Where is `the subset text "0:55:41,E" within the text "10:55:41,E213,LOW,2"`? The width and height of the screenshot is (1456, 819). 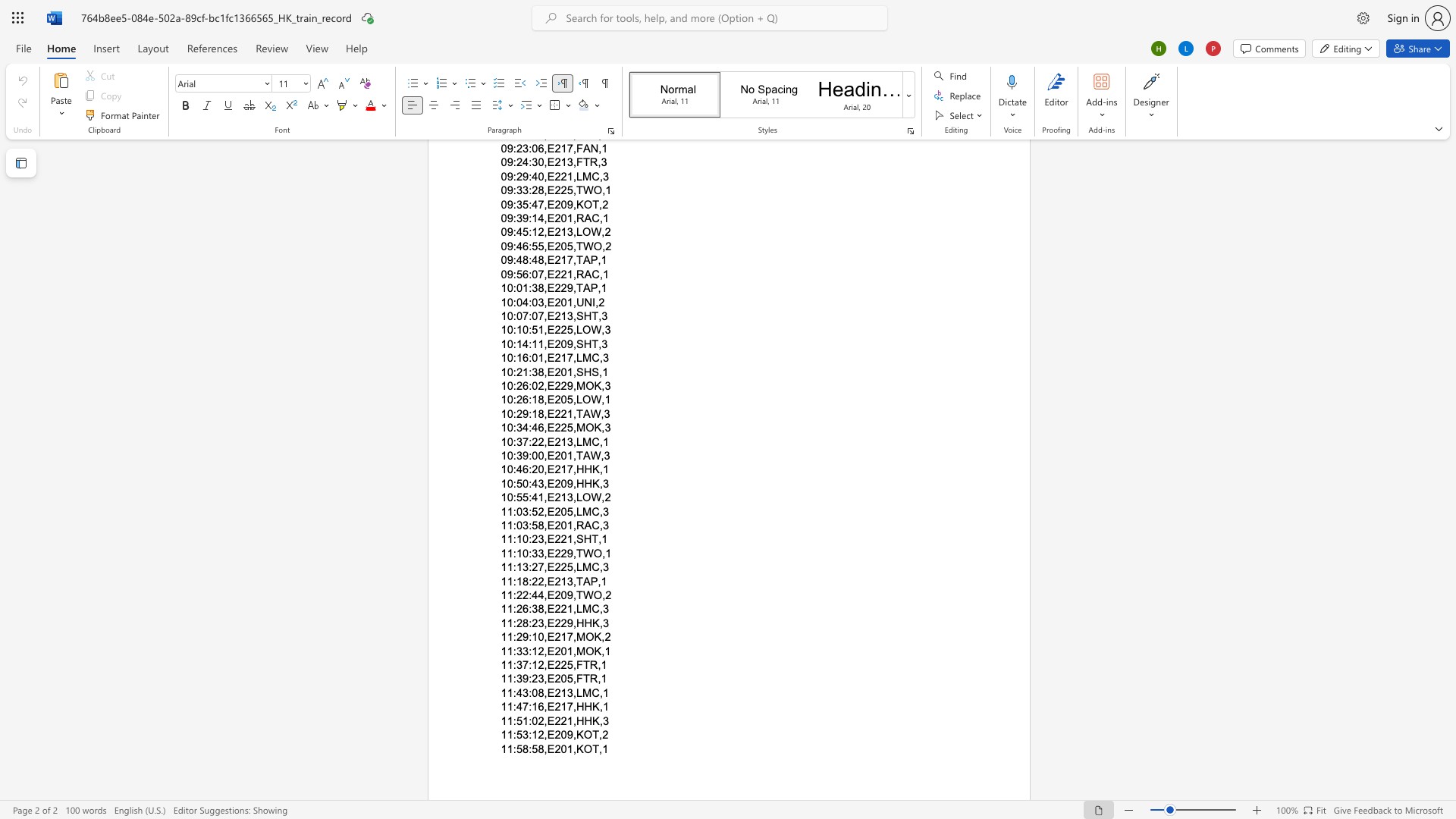
the subset text "0:55:41,E" within the text "10:55:41,E213,LOW,2" is located at coordinates (507, 497).